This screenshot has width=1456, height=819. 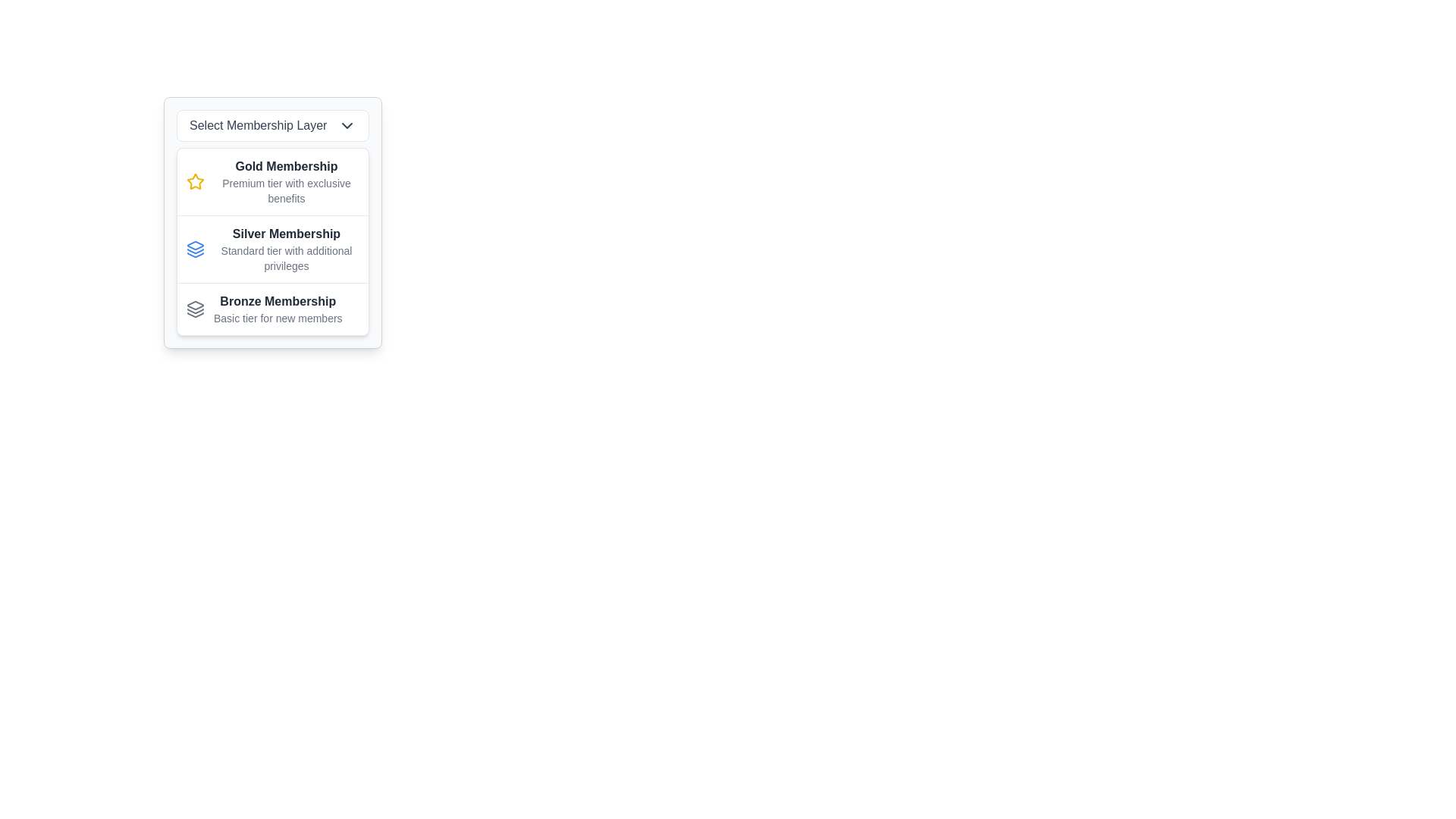 What do you see at coordinates (273, 249) in the screenshot?
I see `the second item in the vertical list of membership tiers` at bounding box center [273, 249].